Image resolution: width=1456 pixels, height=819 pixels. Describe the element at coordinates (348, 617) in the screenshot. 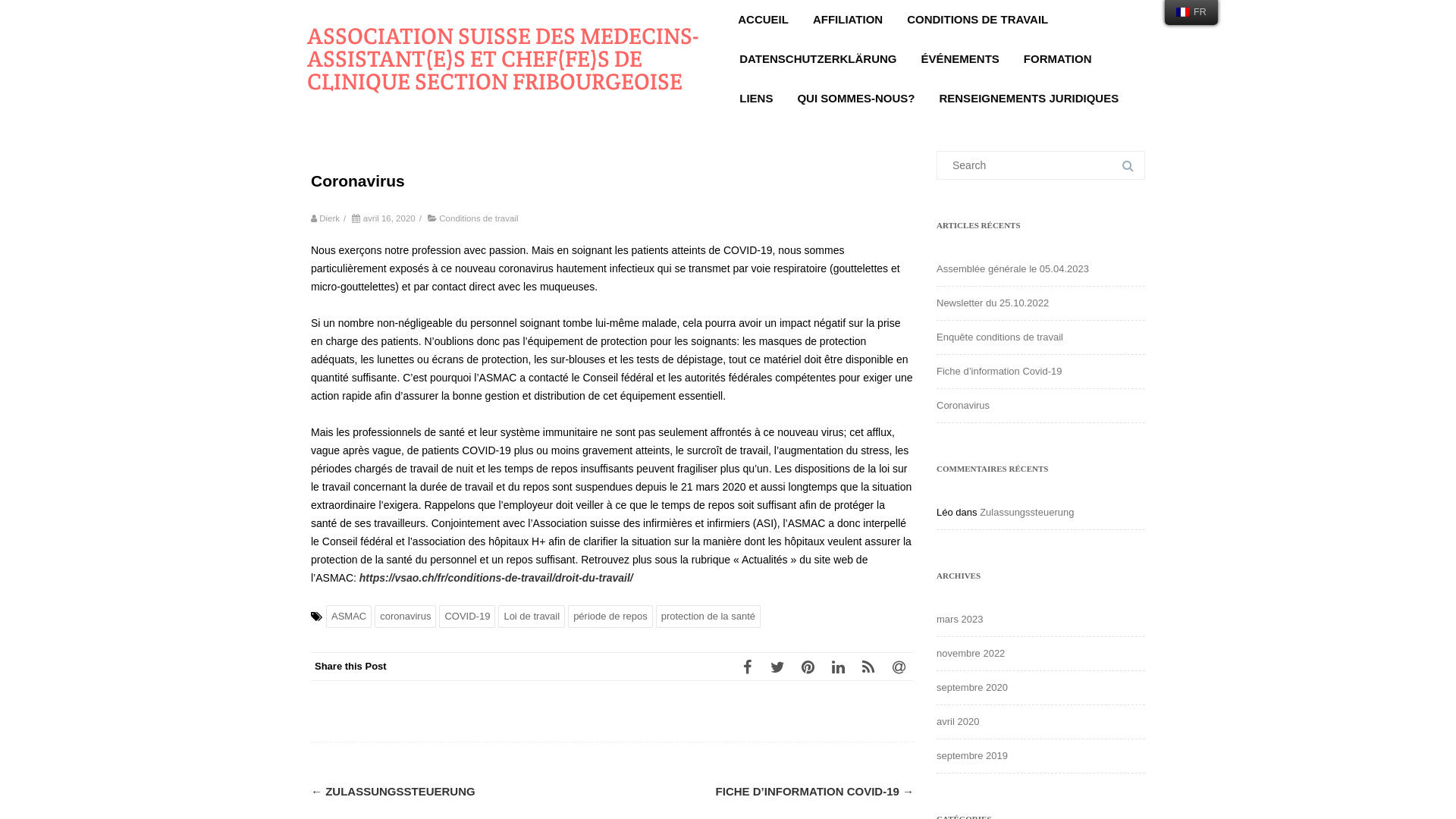

I see `'ASMAC'` at that location.